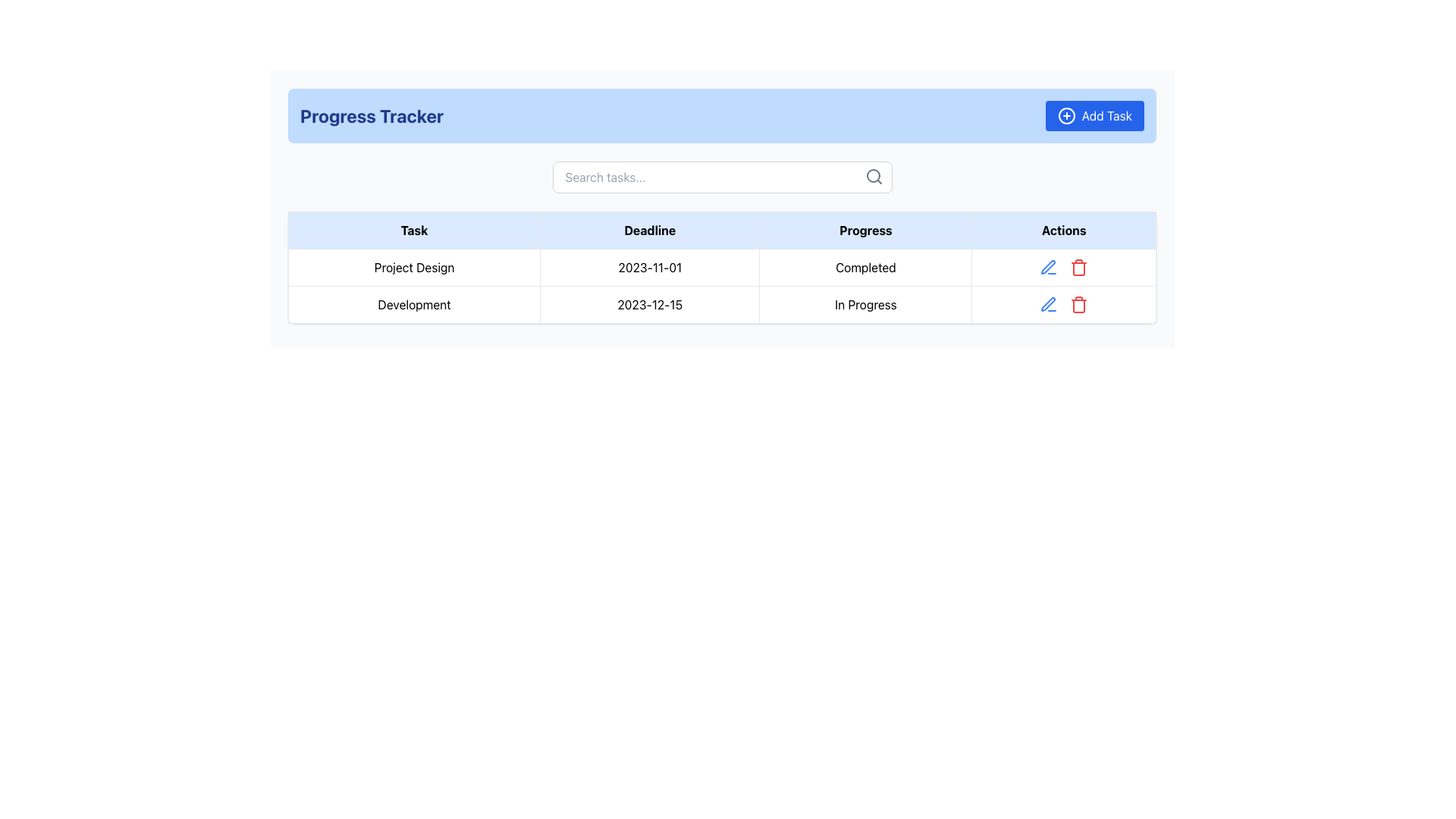 The height and width of the screenshot is (819, 1456). Describe the element at coordinates (1094, 115) in the screenshot. I see `the blue rectangular 'Add Task' button with a '+' icon` at that location.